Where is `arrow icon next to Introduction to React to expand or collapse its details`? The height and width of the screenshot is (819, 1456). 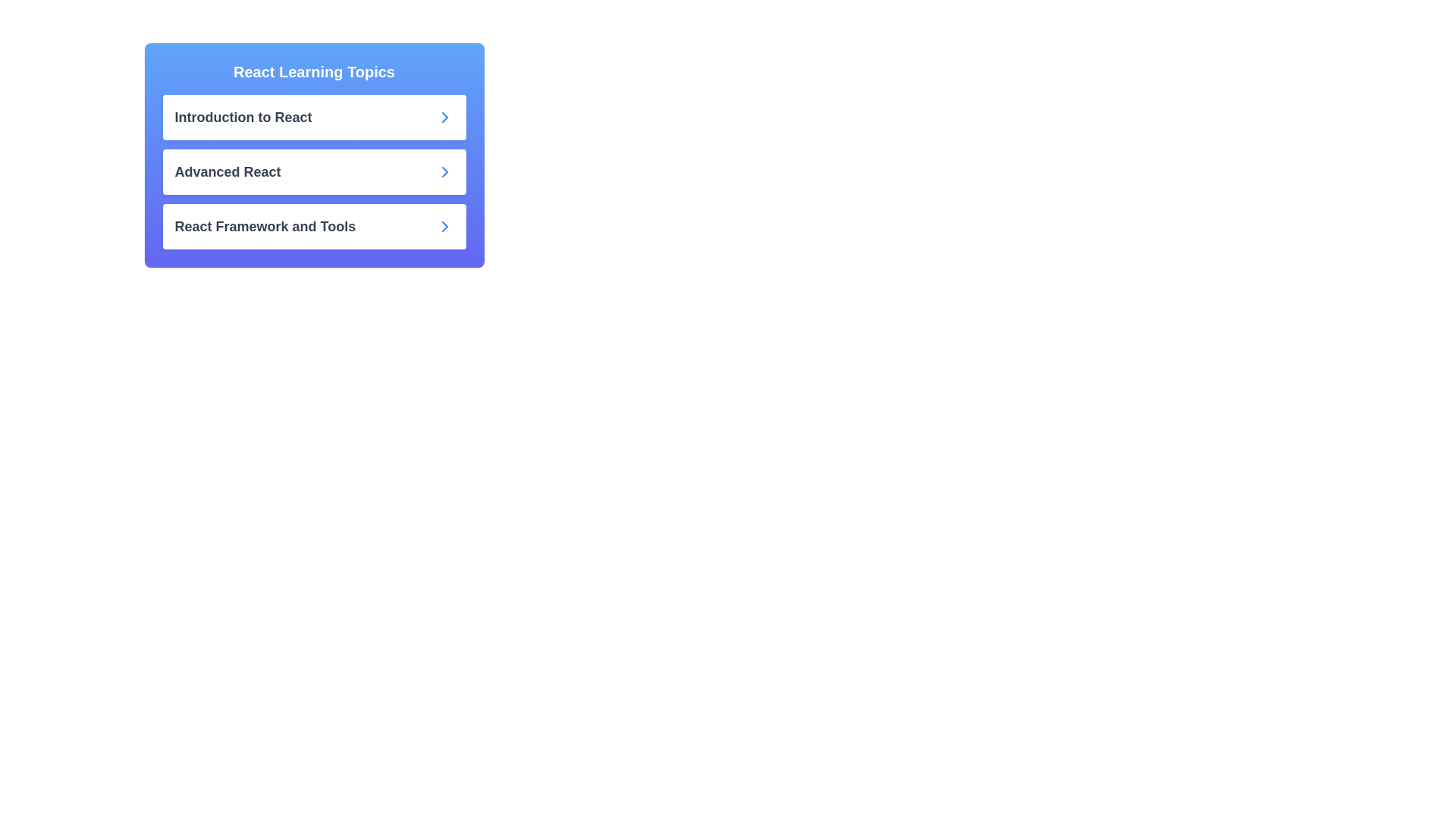 arrow icon next to Introduction to React to expand or collapse its details is located at coordinates (444, 116).